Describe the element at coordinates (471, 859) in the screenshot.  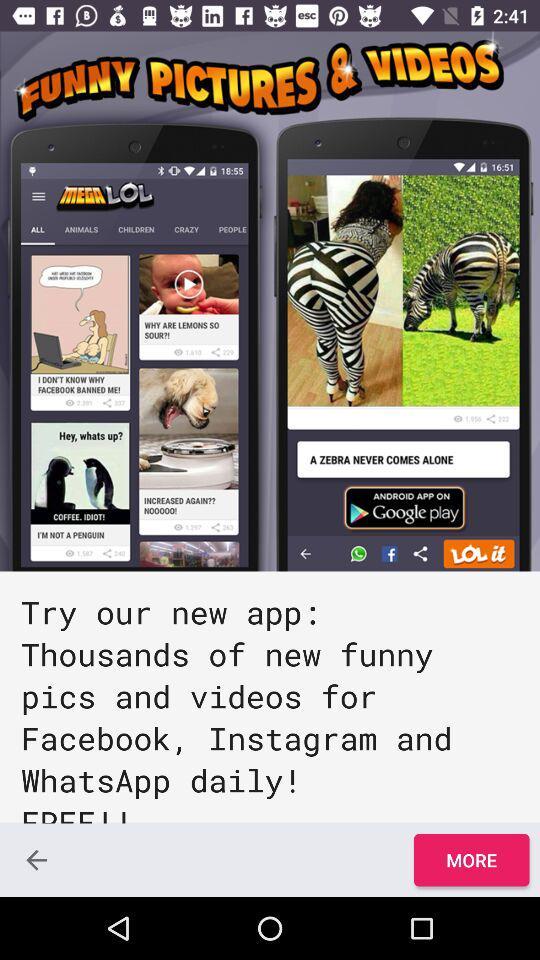
I see `the item at the bottom right corner` at that location.